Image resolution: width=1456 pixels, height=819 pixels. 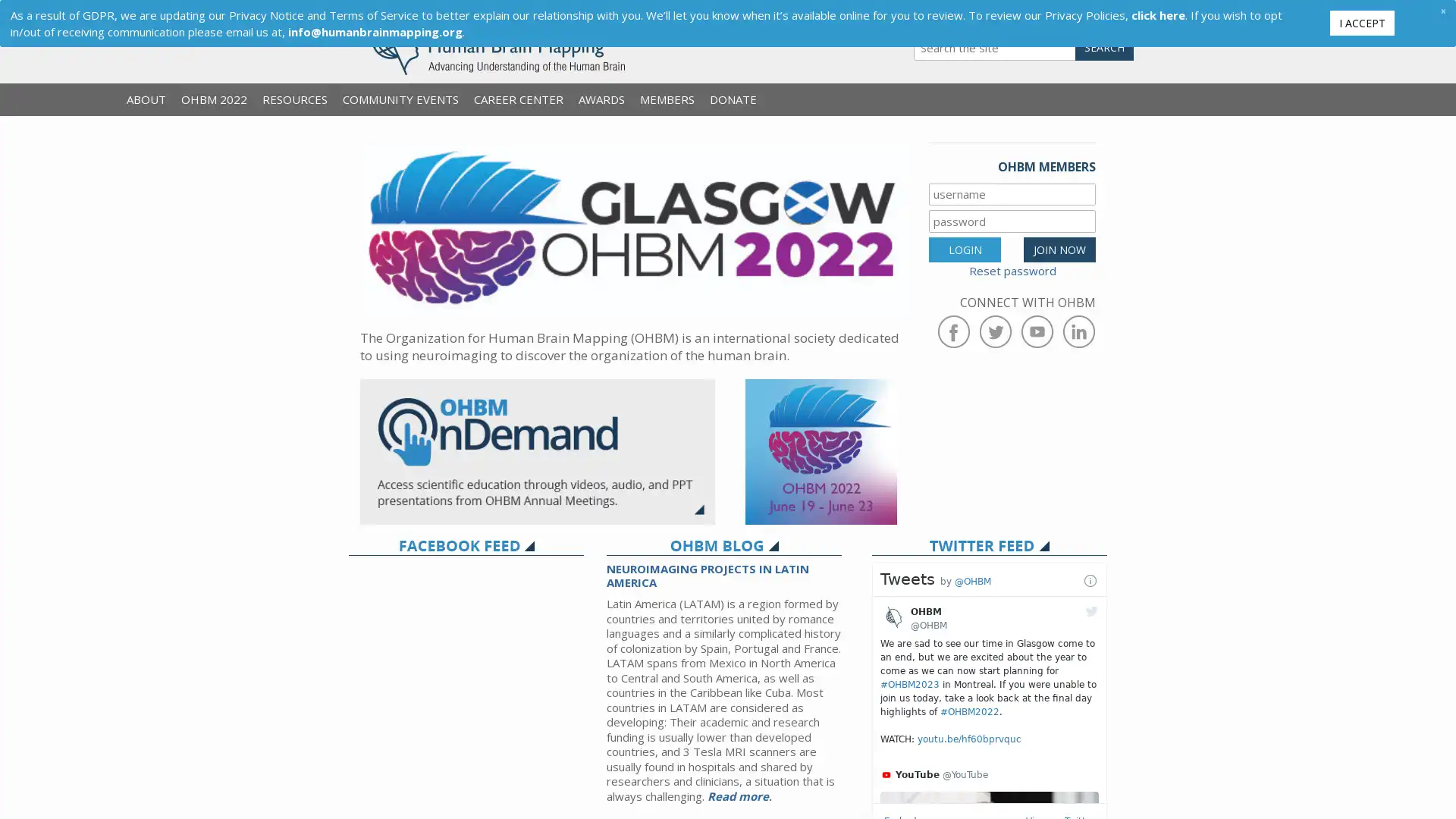 I want to click on Close, so click(x=1442, y=11).